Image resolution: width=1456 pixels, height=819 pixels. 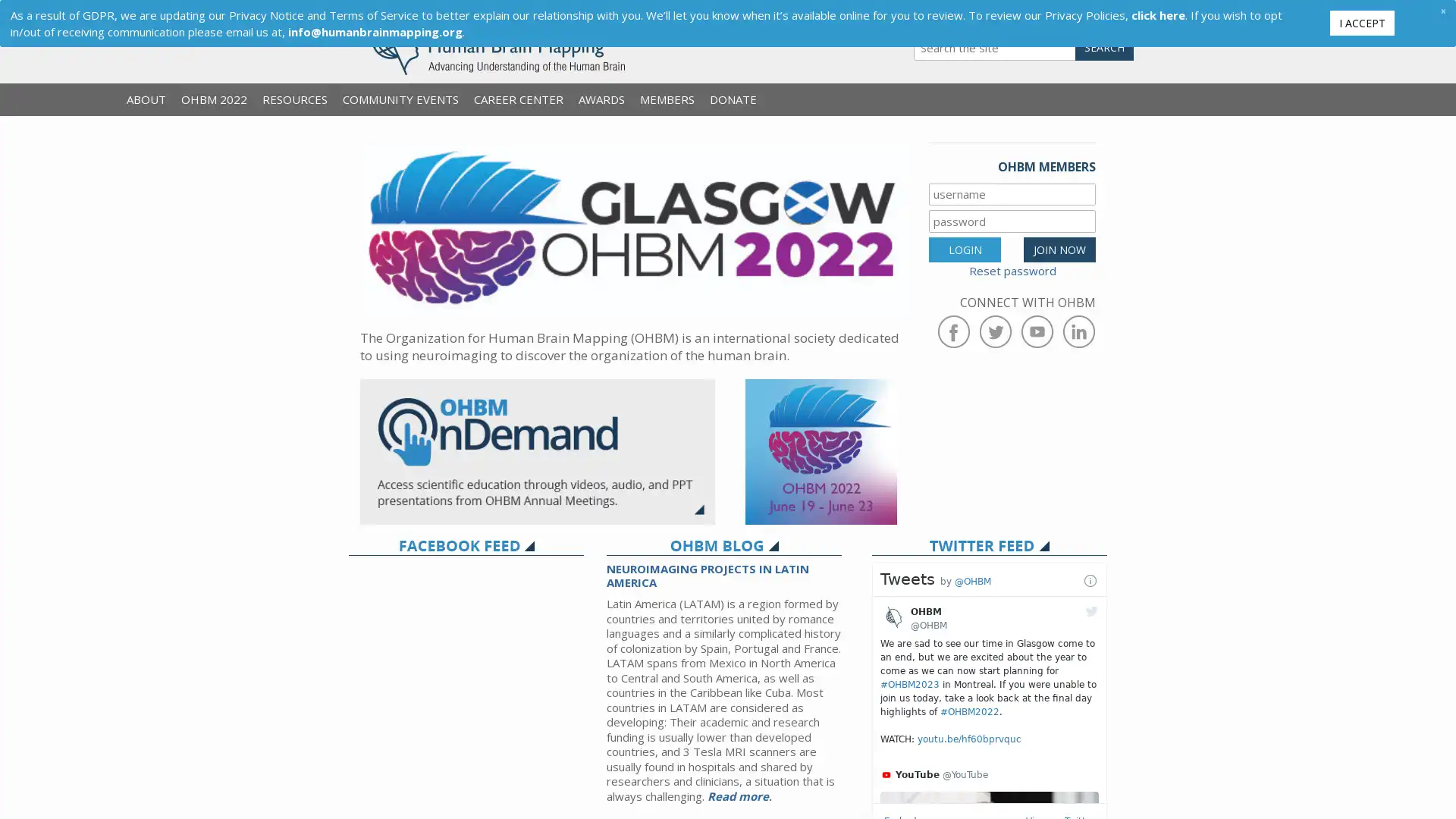 I want to click on Close, so click(x=1442, y=11).